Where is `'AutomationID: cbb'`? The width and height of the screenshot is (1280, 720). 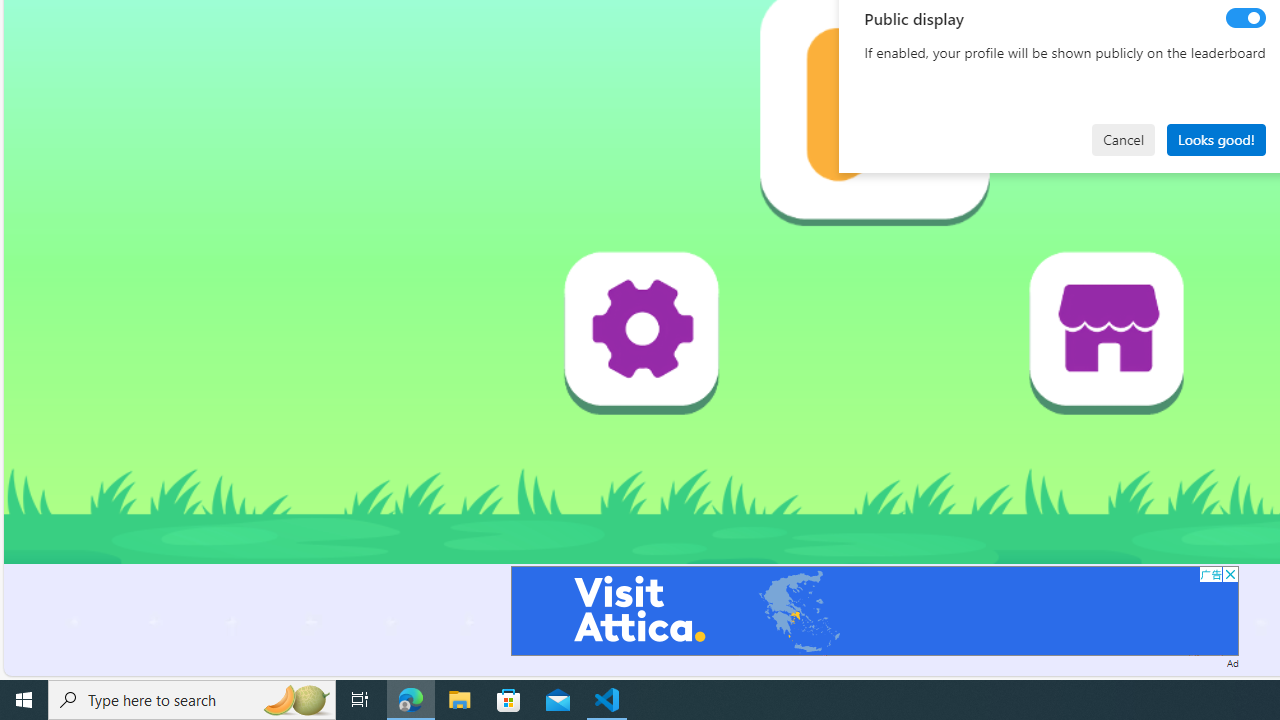 'AutomationID: cbb' is located at coordinates (1229, 574).